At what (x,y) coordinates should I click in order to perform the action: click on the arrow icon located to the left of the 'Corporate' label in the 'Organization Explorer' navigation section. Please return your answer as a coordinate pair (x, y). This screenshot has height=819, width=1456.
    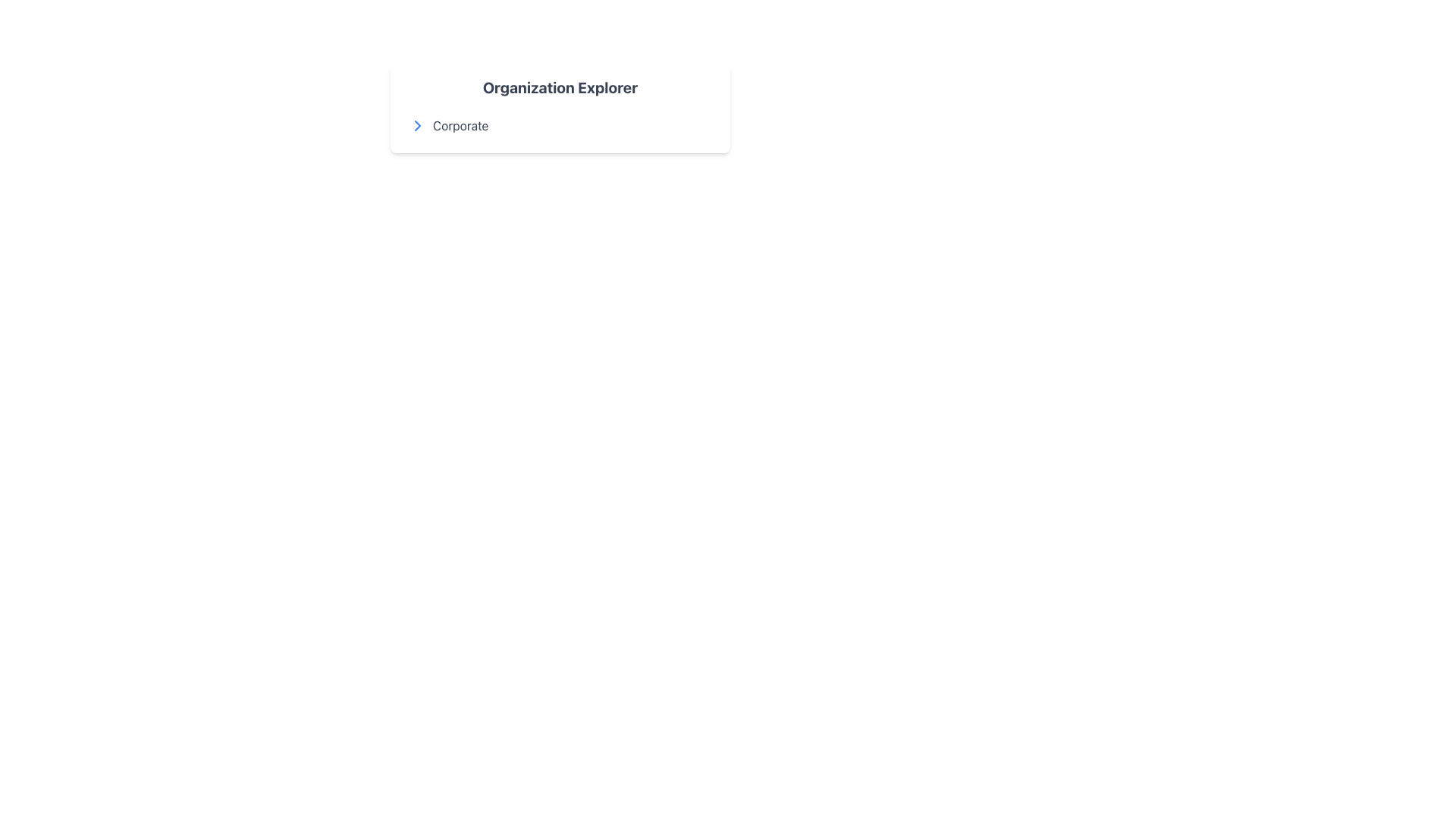
    Looking at the image, I should click on (418, 124).